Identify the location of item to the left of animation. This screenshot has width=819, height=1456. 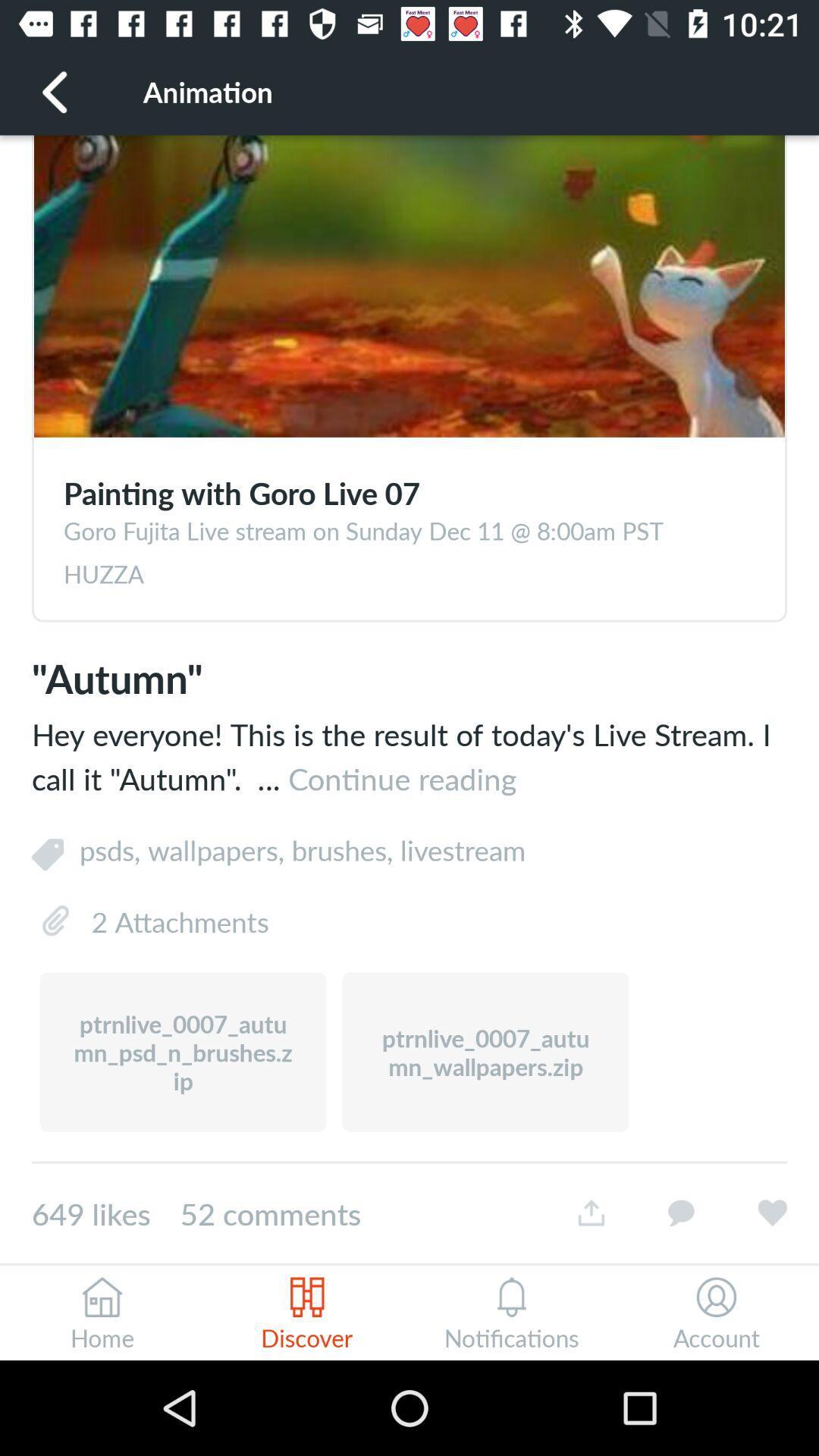
(55, 90).